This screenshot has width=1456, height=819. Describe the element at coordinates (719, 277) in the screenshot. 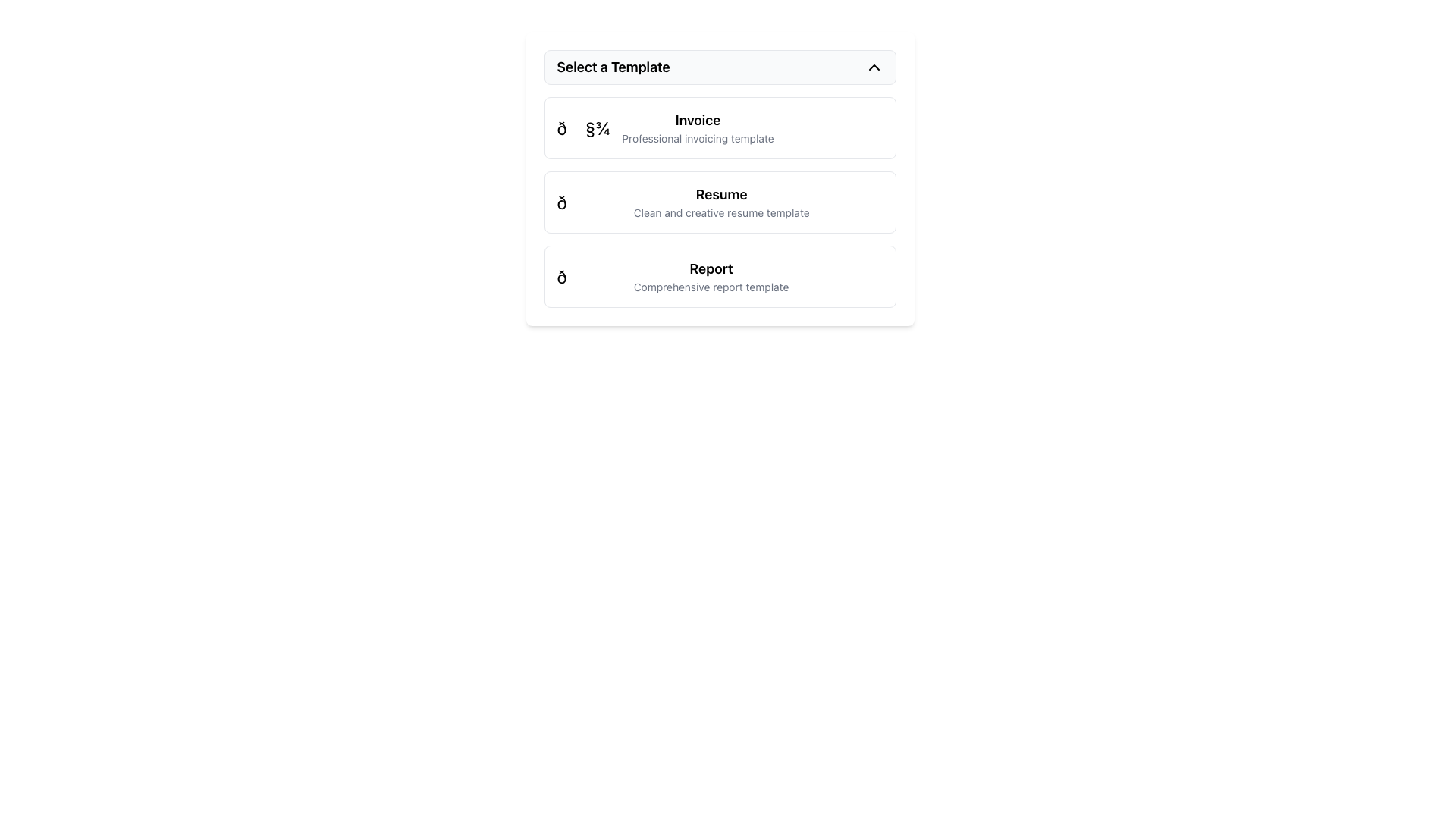

I see `the third selectable list item representing the comprehensive report template` at that location.